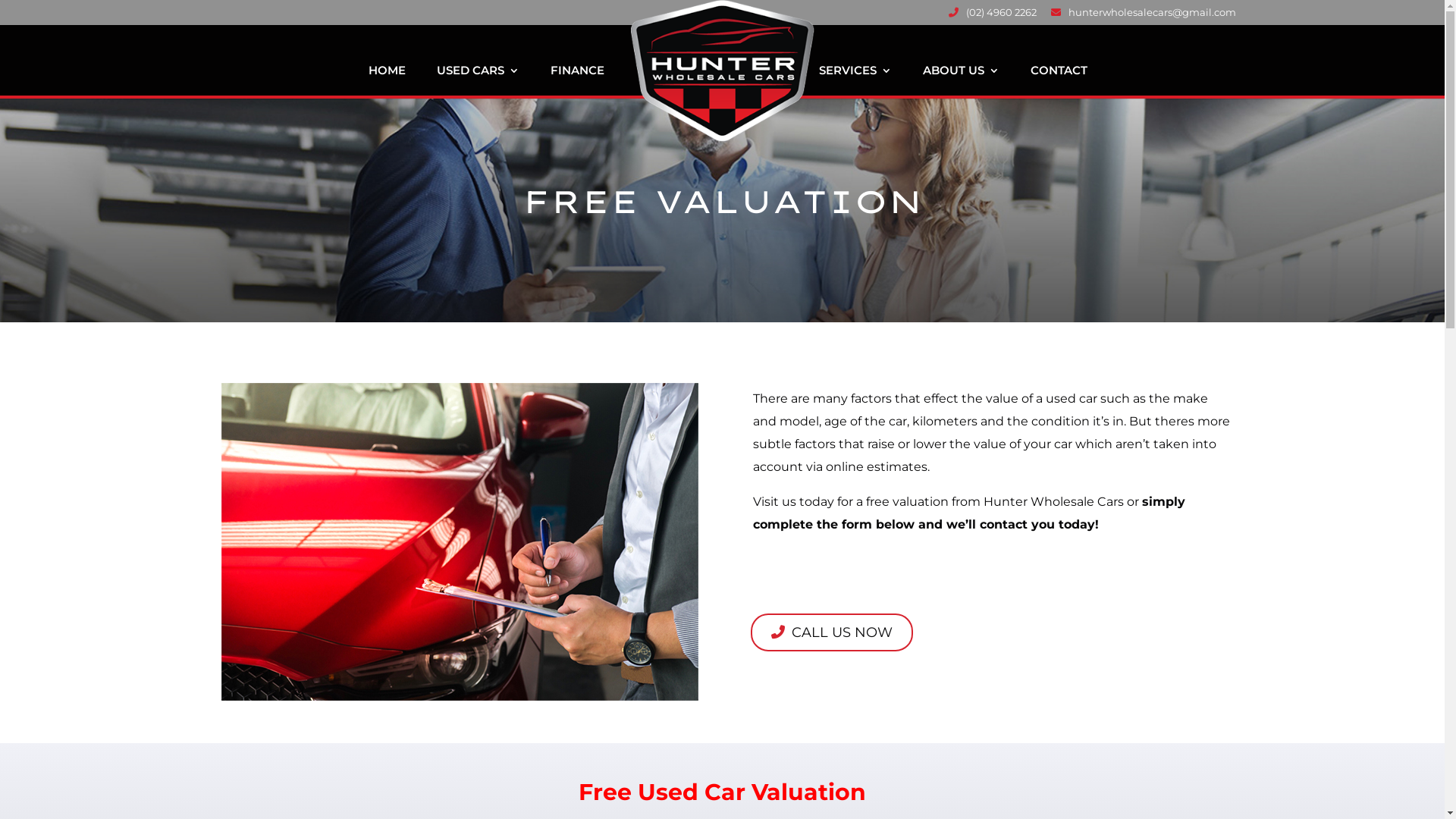  I want to click on 'USED CARS', so click(436, 82).